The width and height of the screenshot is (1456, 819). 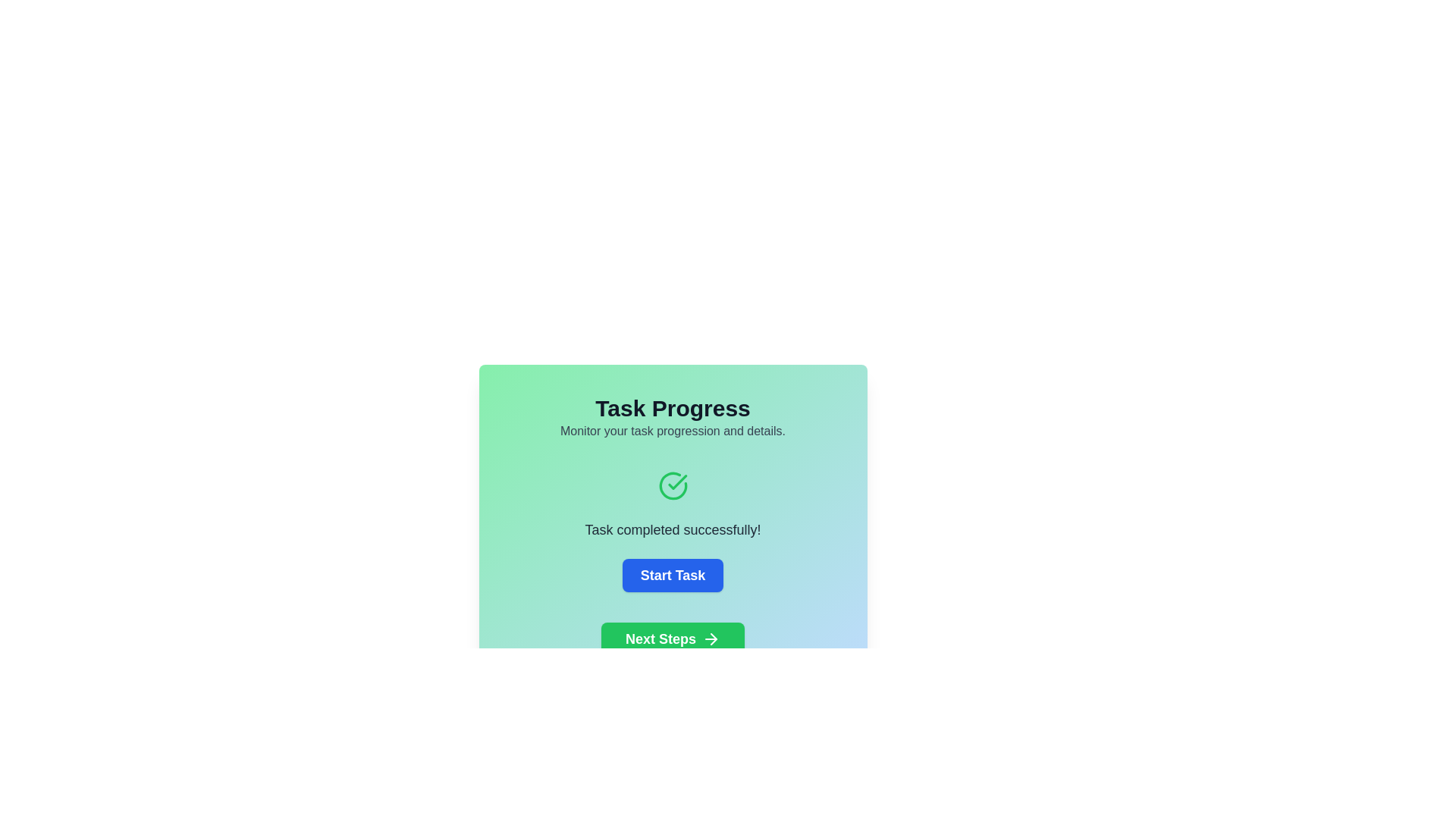 What do you see at coordinates (672, 418) in the screenshot?
I see `the Header with subtitle element displaying 'Task Progress' and its subtext 'Monitor your task progression and details.'` at bounding box center [672, 418].